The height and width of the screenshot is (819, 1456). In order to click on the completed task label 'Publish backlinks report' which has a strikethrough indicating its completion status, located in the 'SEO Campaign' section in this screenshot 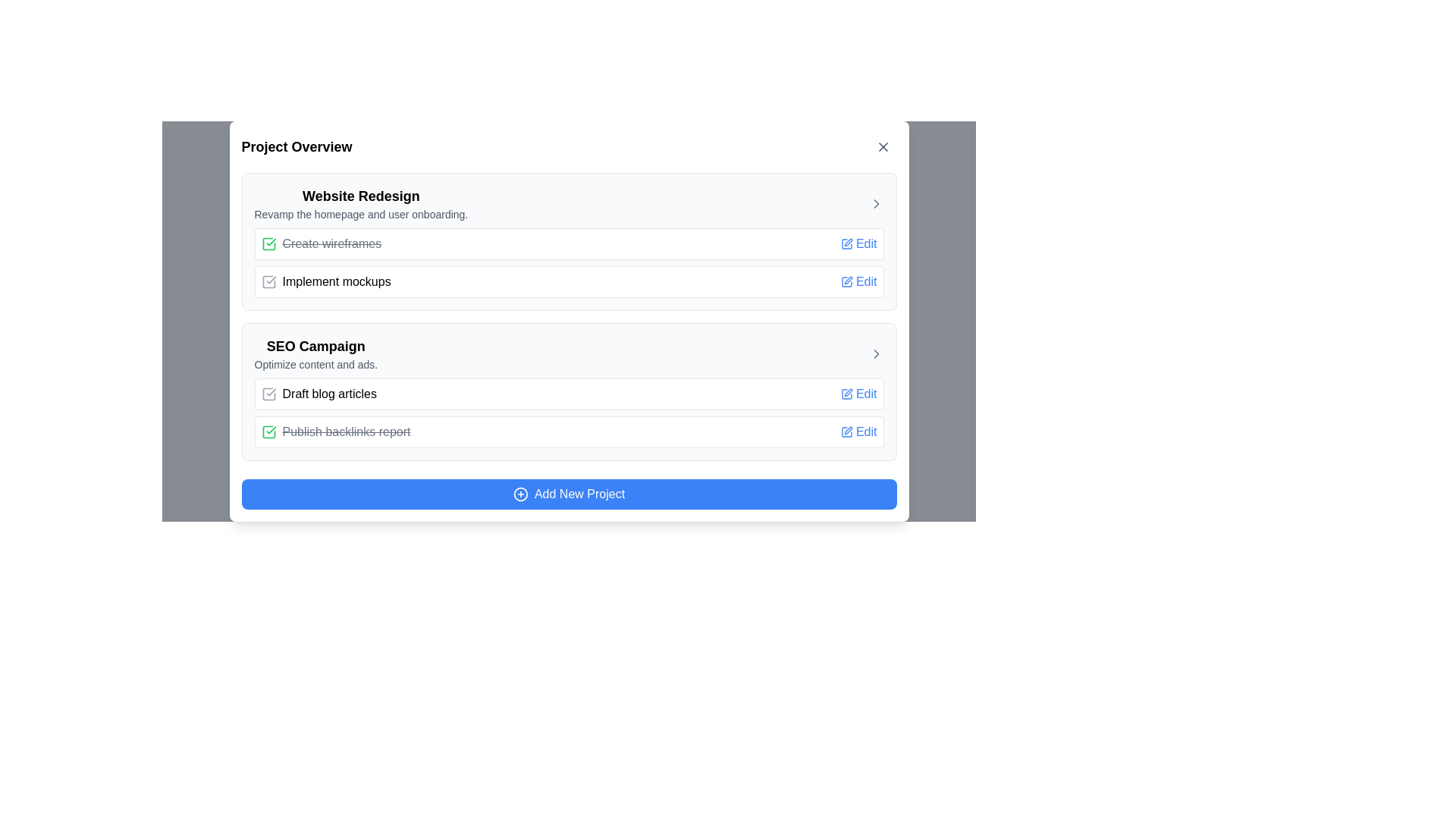, I will do `click(334, 432)`.